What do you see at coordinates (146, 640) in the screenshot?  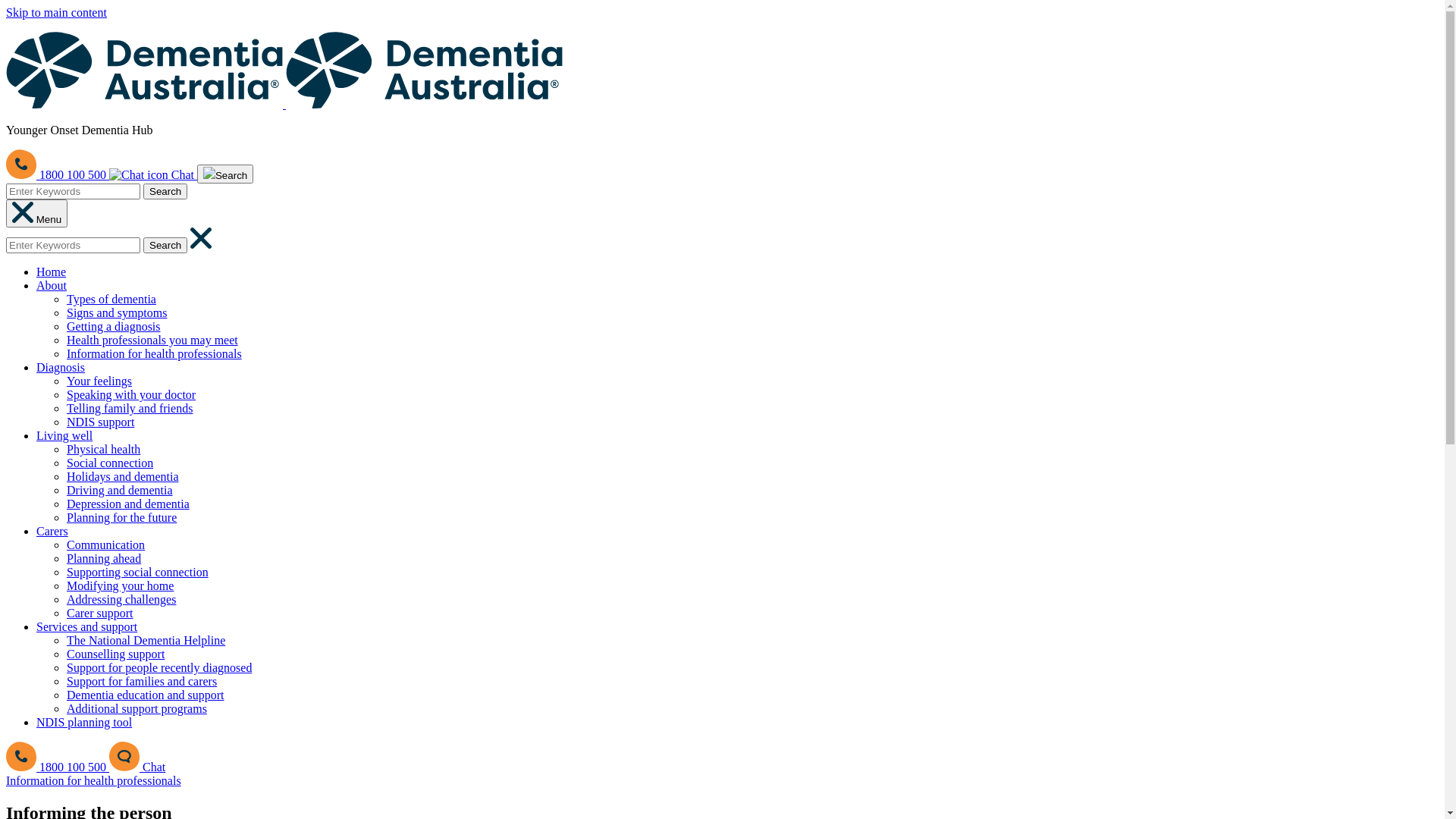 I see `'The National Dementia Helpline'` at bounding box center [146, 640].